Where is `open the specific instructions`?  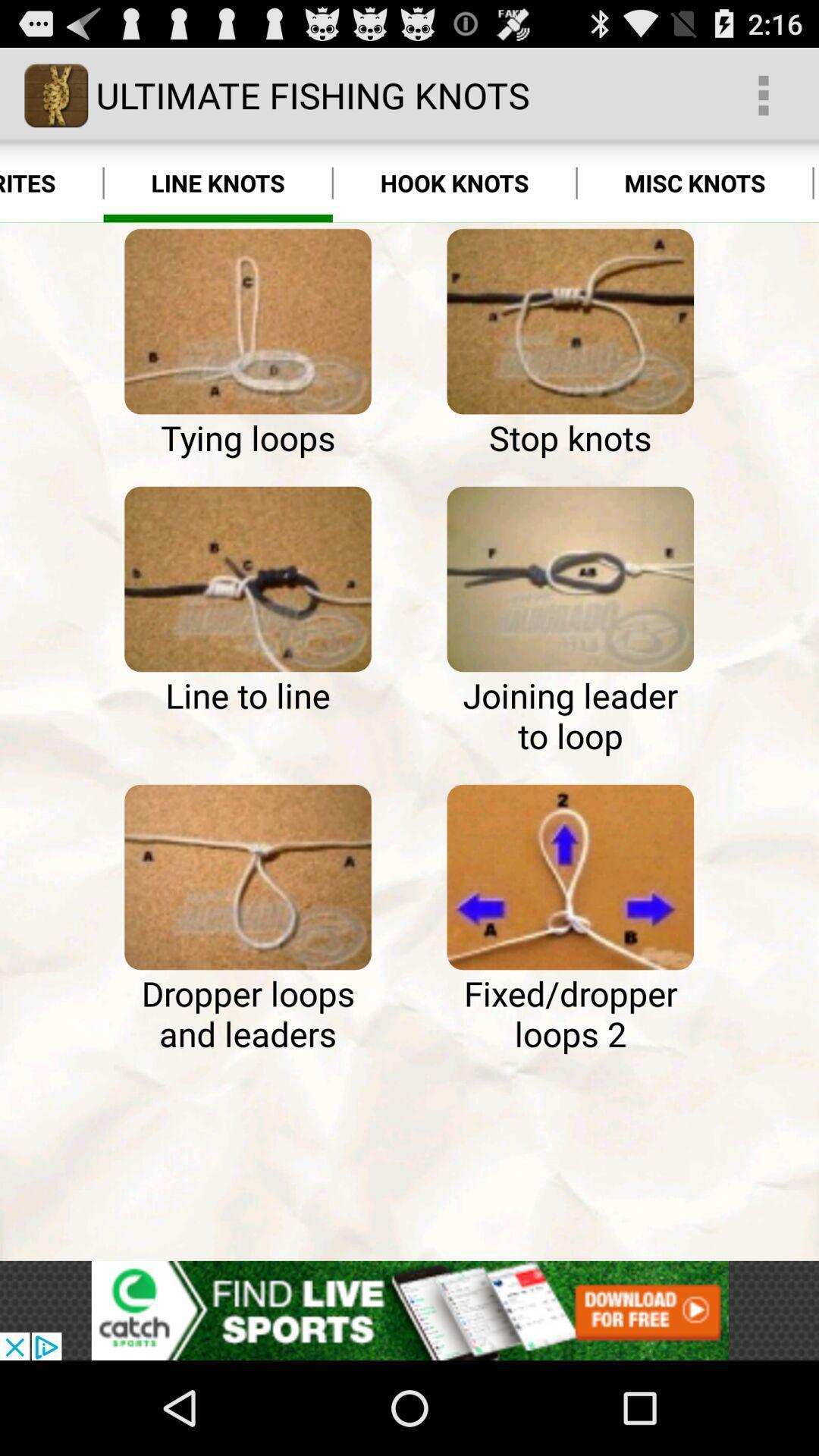 open the specific instructions is located at coordinates (247, 877).